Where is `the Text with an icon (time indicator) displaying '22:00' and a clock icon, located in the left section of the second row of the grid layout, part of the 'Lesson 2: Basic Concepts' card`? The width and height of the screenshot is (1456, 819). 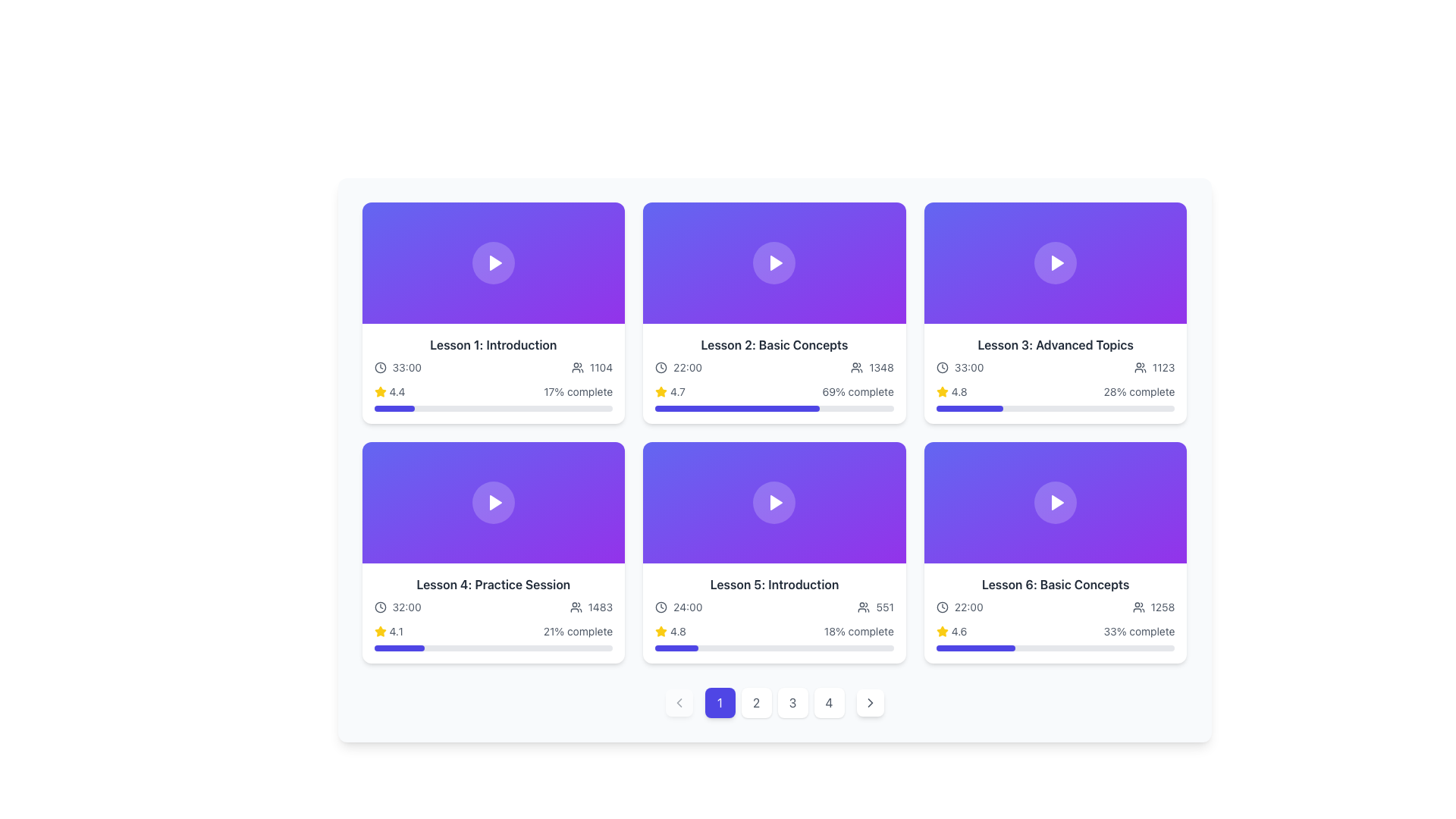
the Text with an icon (time indicator) displaying '22:00' and a clock icon, located in the left section of the second row of the grid layout, part of the 'Lesson 2: Basic Concepts' card is located at coordinates (678, 368).